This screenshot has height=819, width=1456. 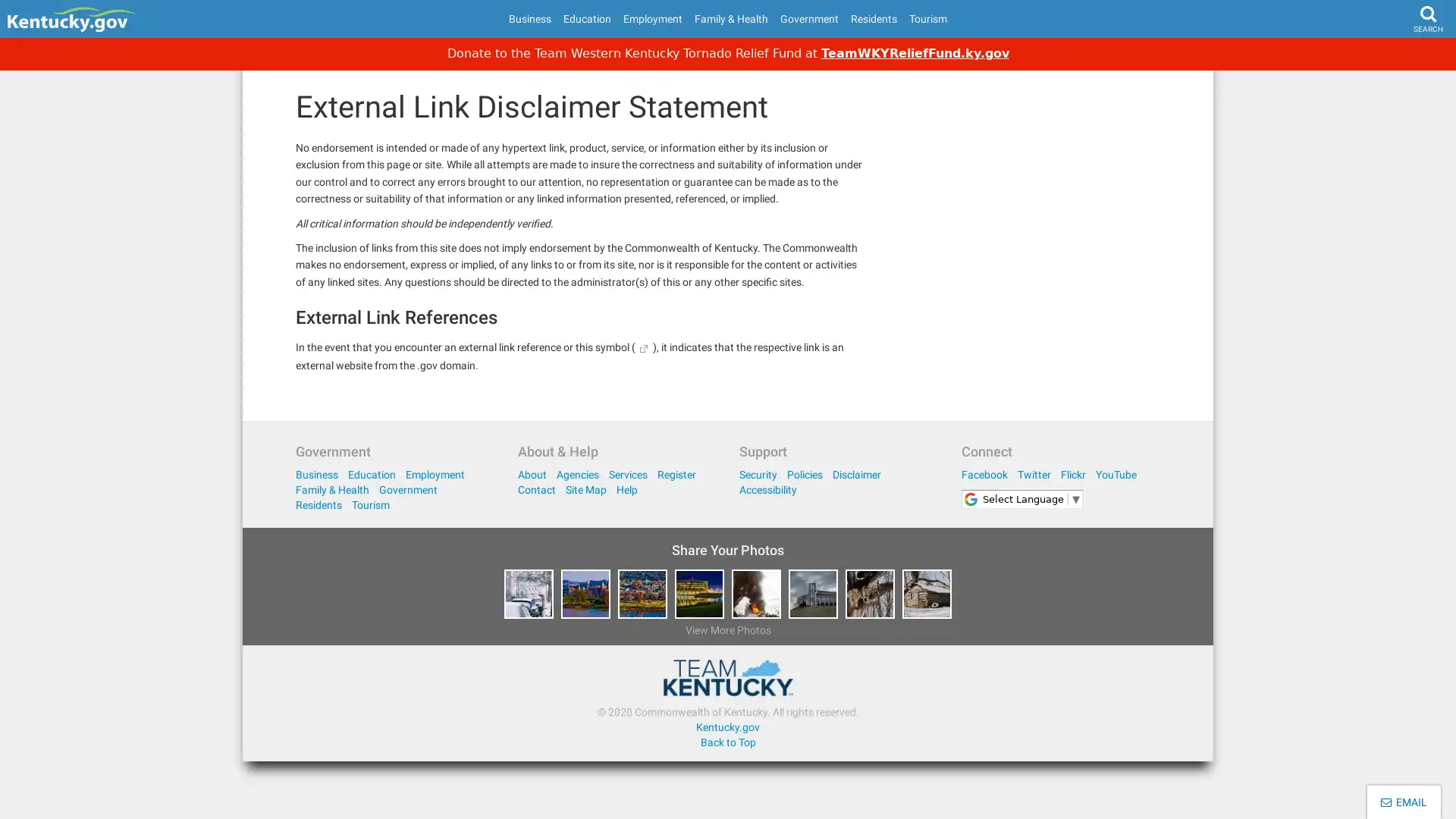 What do you see at coordinates (1399, 58) in the screenshot?
I see `Search` at bounding box center [1399, 58].